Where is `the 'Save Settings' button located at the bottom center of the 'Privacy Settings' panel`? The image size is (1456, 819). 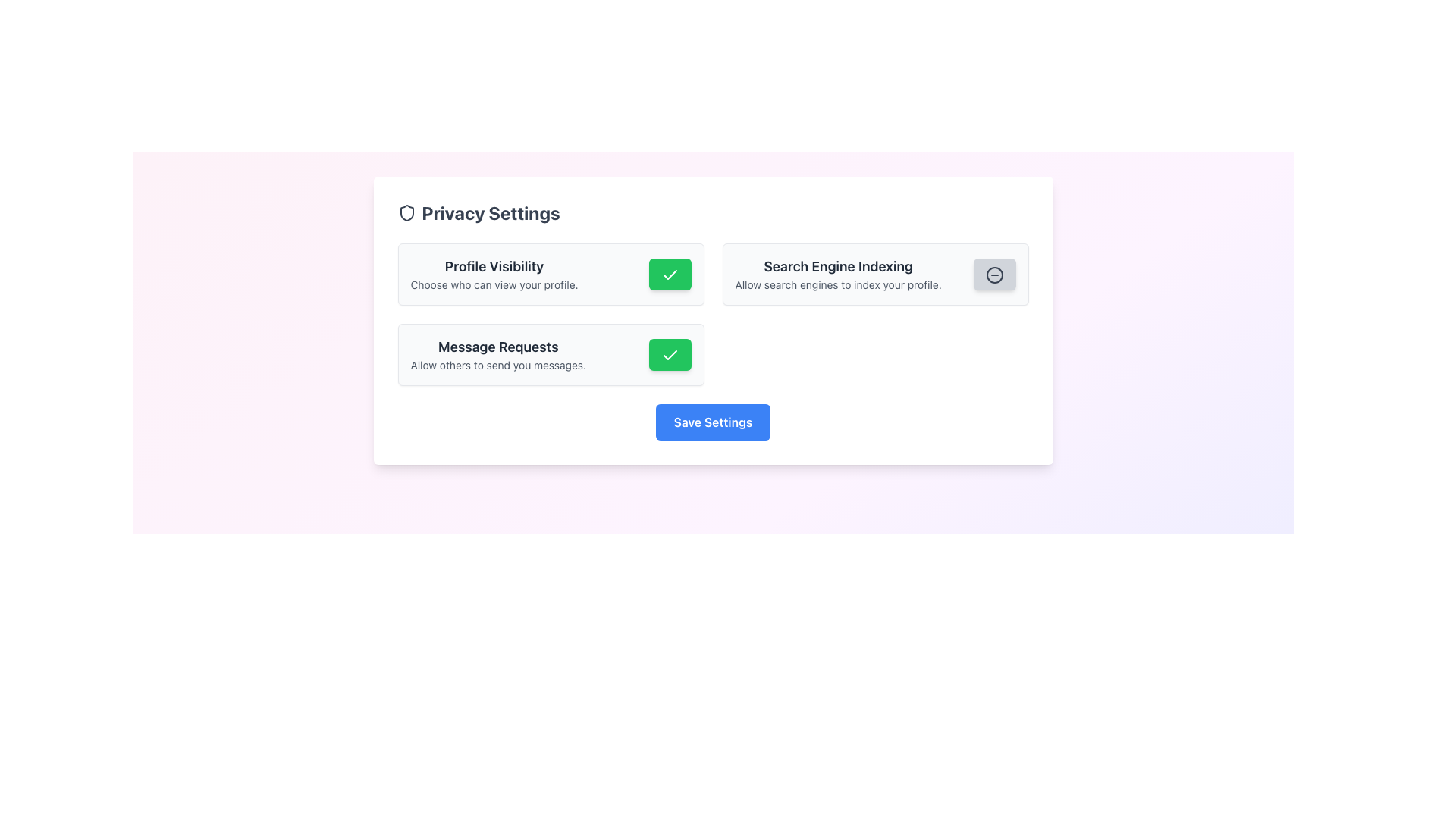
the 'Save Settings' button located at the bottom center of the 'Privacy Settings' panel is located at coordinates (712, 422).